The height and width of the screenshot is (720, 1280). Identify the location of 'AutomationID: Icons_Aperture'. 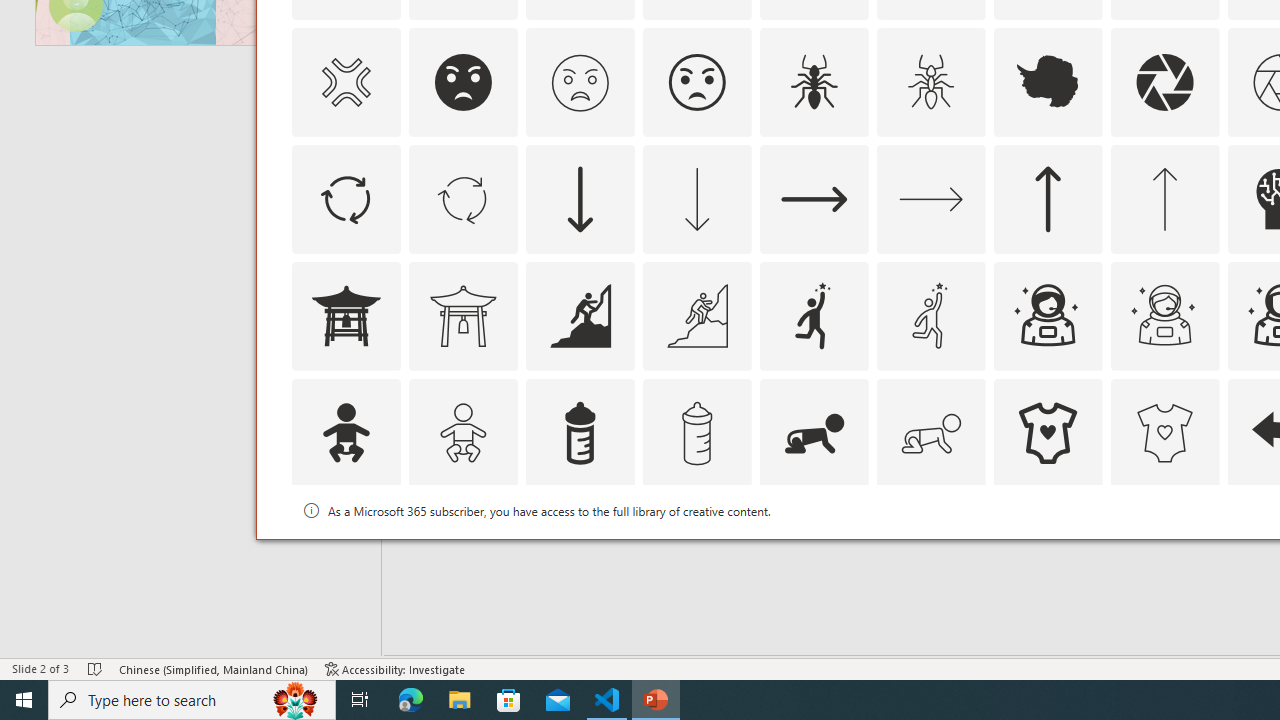
(1164, 81).